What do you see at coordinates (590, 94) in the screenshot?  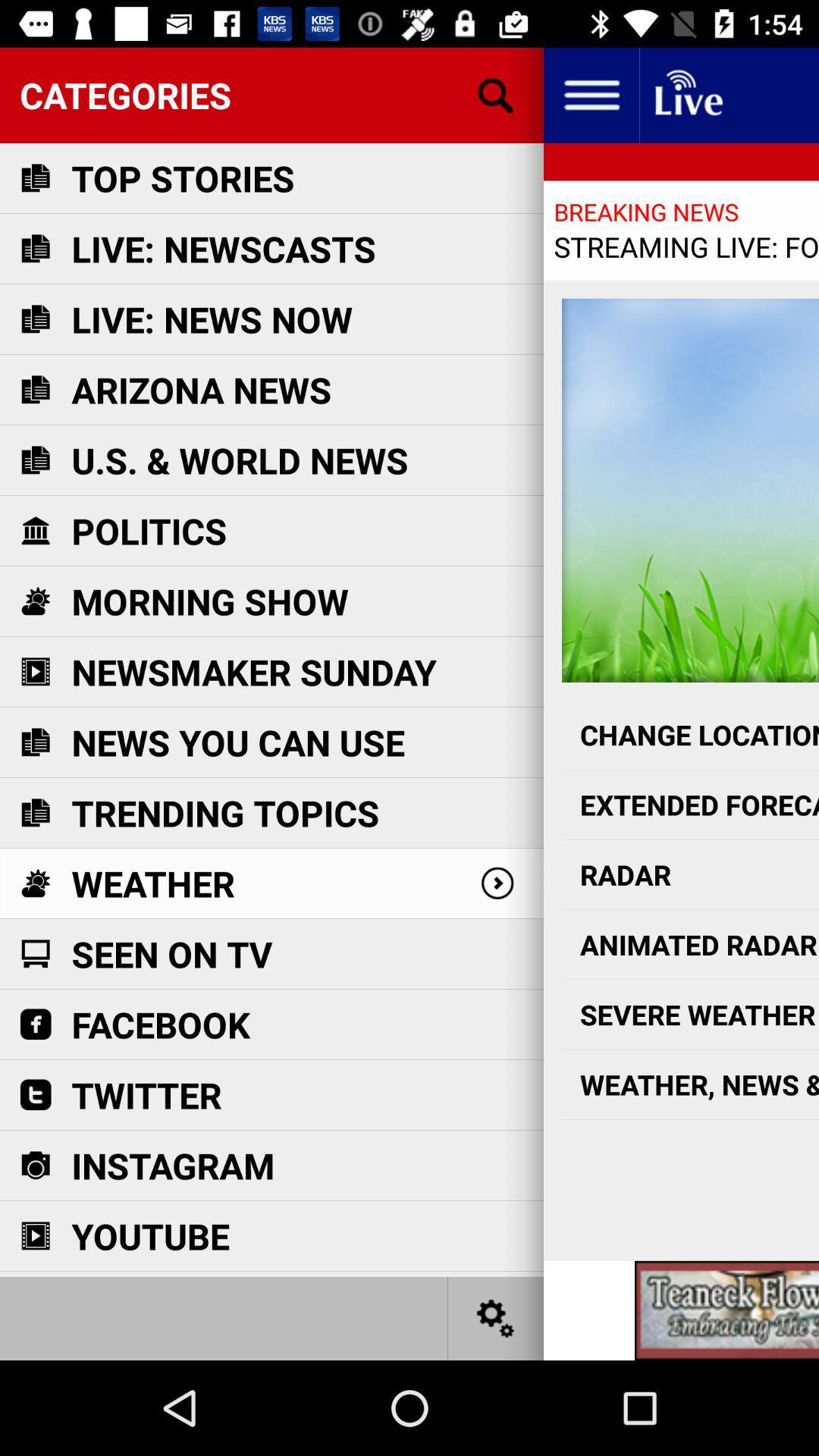 I see `the menu icon` at bounding box center [590, 94].